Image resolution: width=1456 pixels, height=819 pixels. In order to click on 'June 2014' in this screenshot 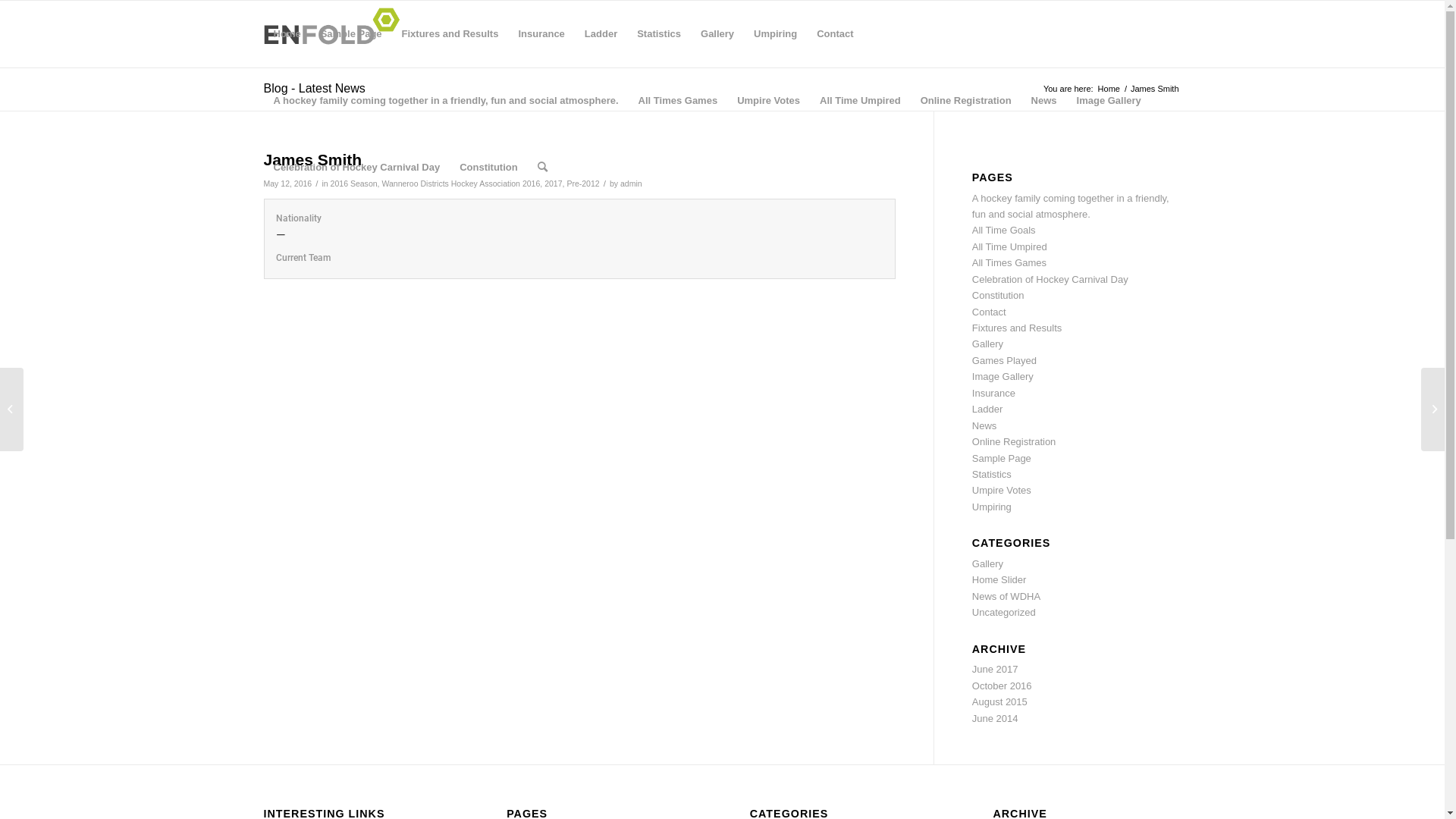, I will do `click(995, 717)`.